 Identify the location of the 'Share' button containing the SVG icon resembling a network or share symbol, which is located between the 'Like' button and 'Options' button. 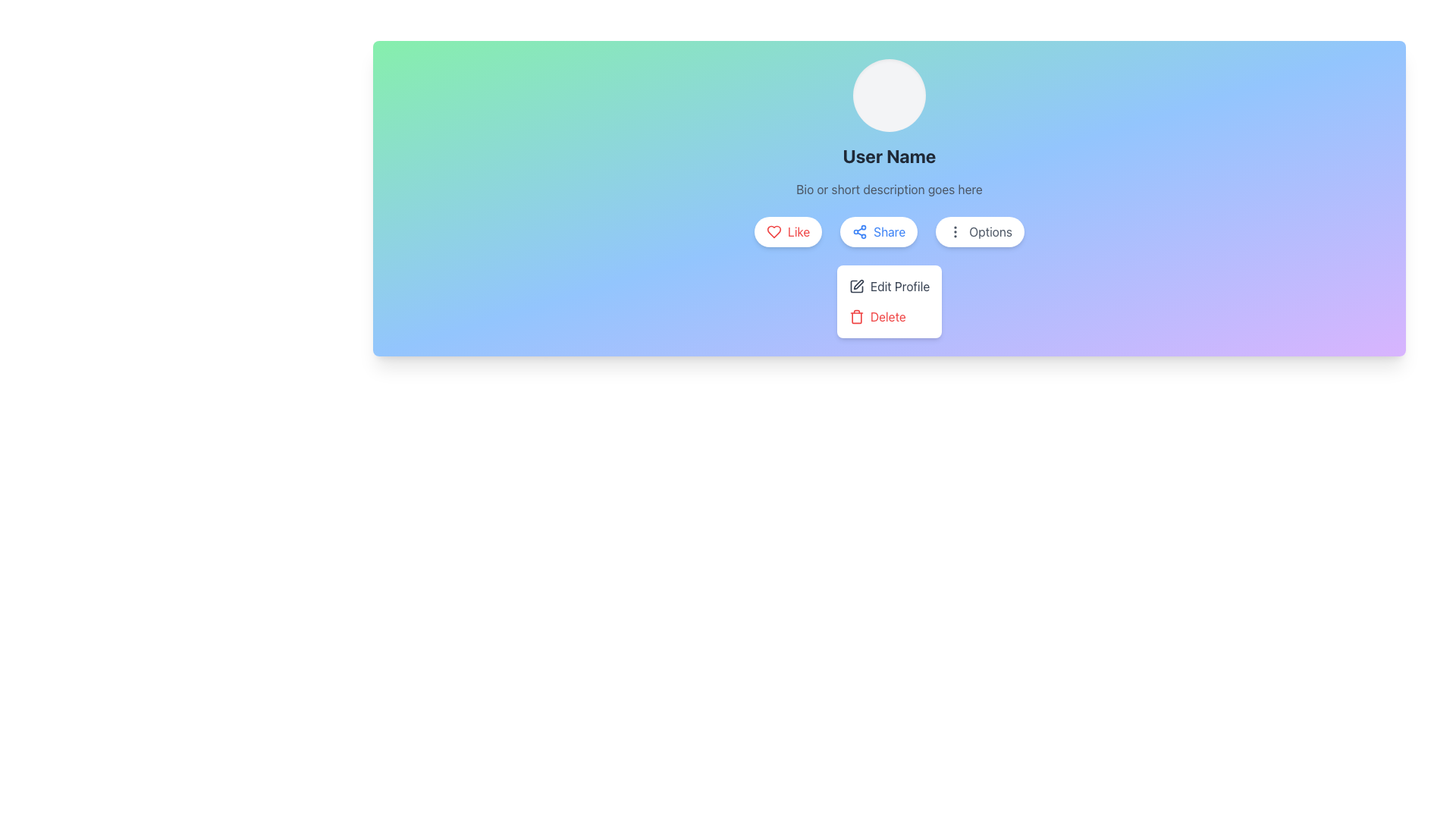
(860, 231).